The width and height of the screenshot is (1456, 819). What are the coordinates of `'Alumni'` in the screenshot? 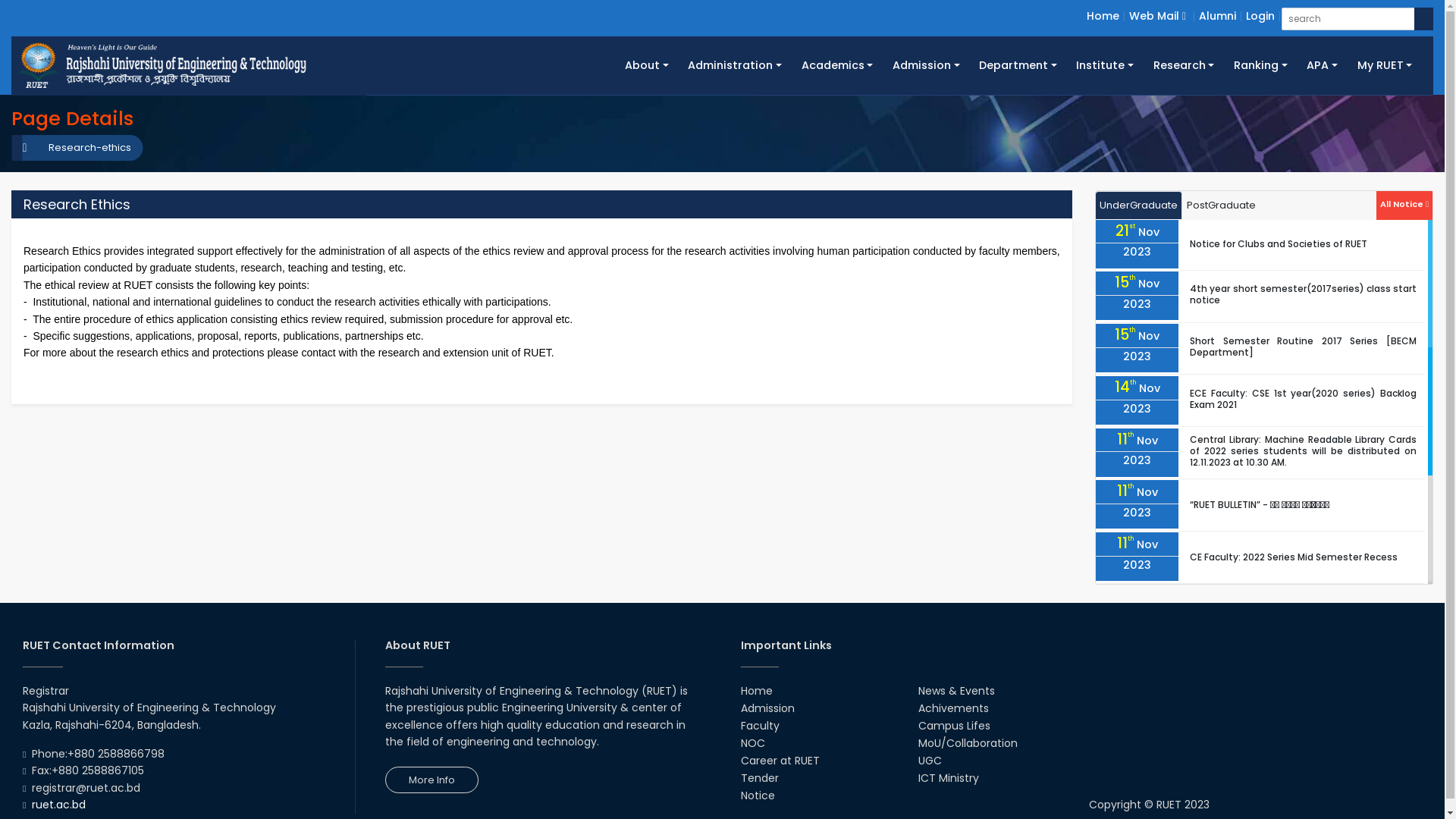 It's located at (1217, 15).